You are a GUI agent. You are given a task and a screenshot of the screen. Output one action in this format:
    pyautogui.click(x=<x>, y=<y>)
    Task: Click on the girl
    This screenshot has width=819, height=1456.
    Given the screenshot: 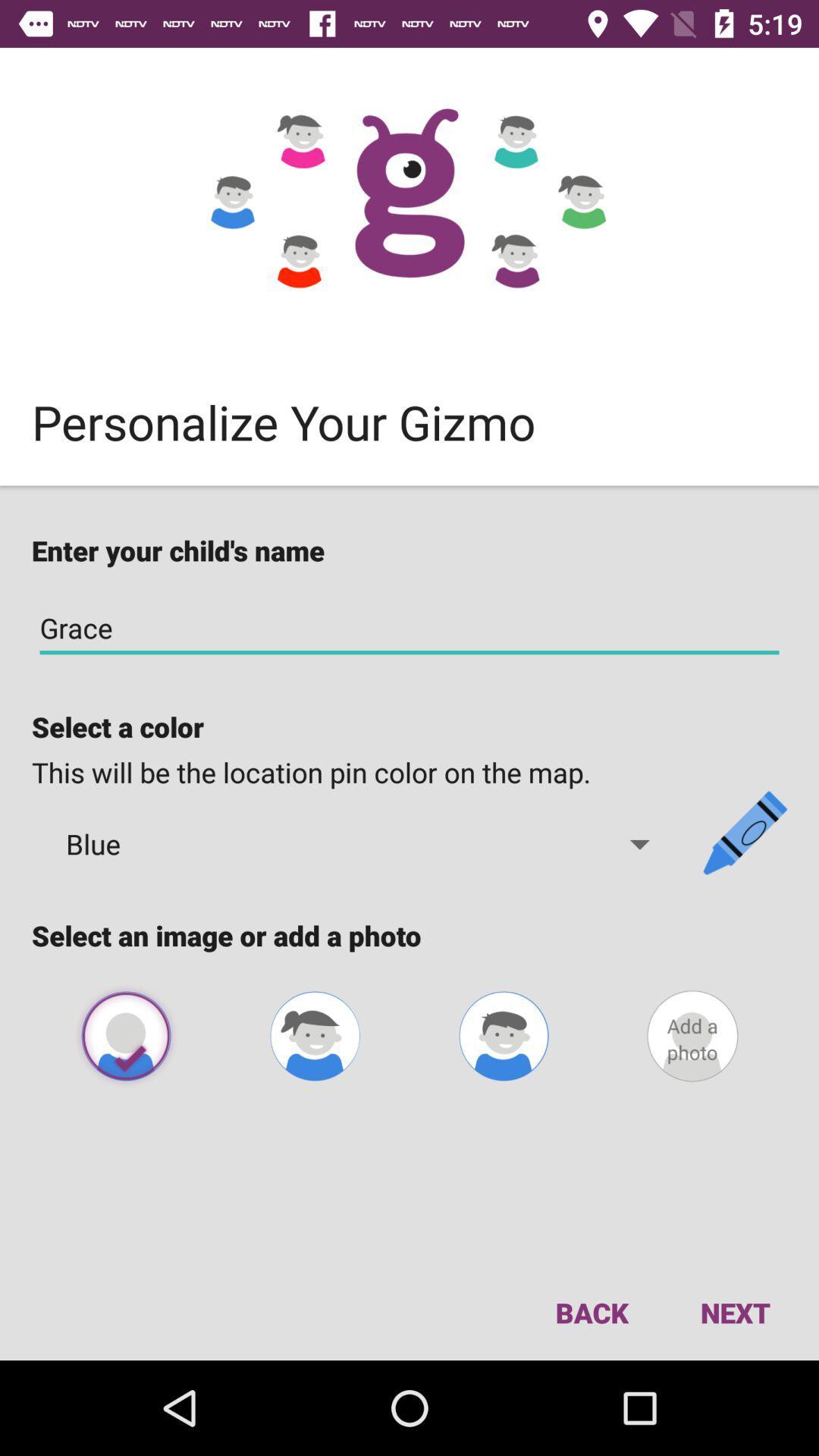 What is the action you would take?
    pyautogui.click(x=314, y=1035)
    